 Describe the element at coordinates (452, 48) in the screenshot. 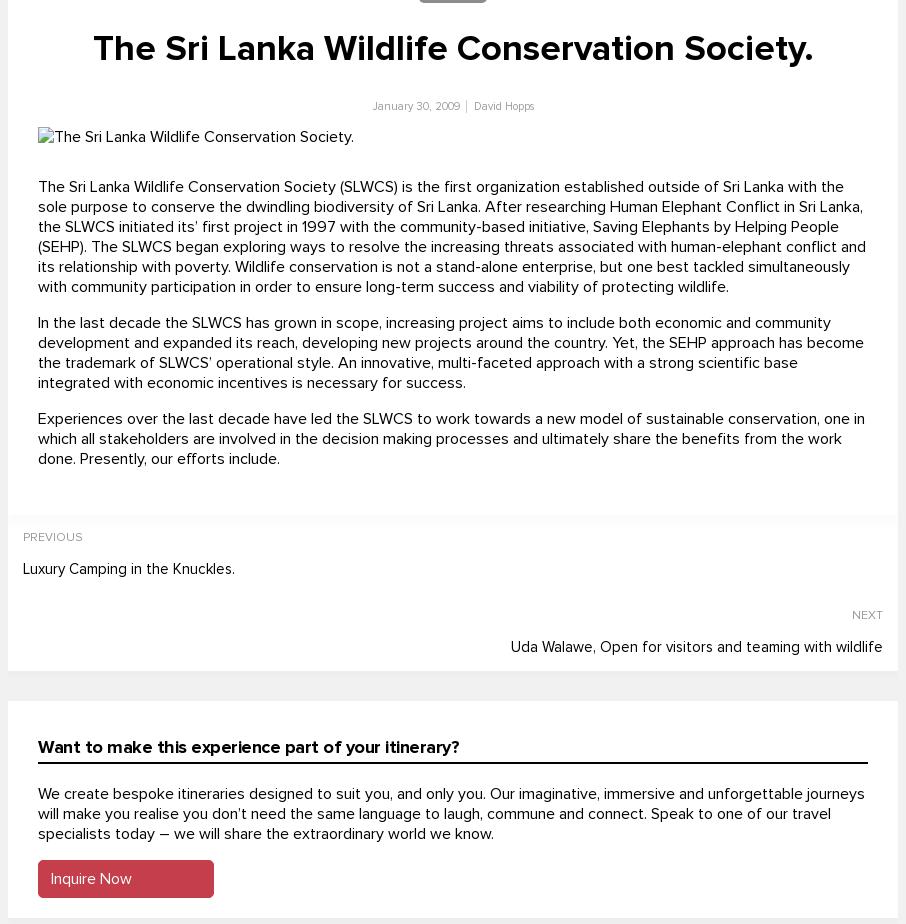

I see `'The Sri Lanka Wildlife Conservation Society.'` at that location.